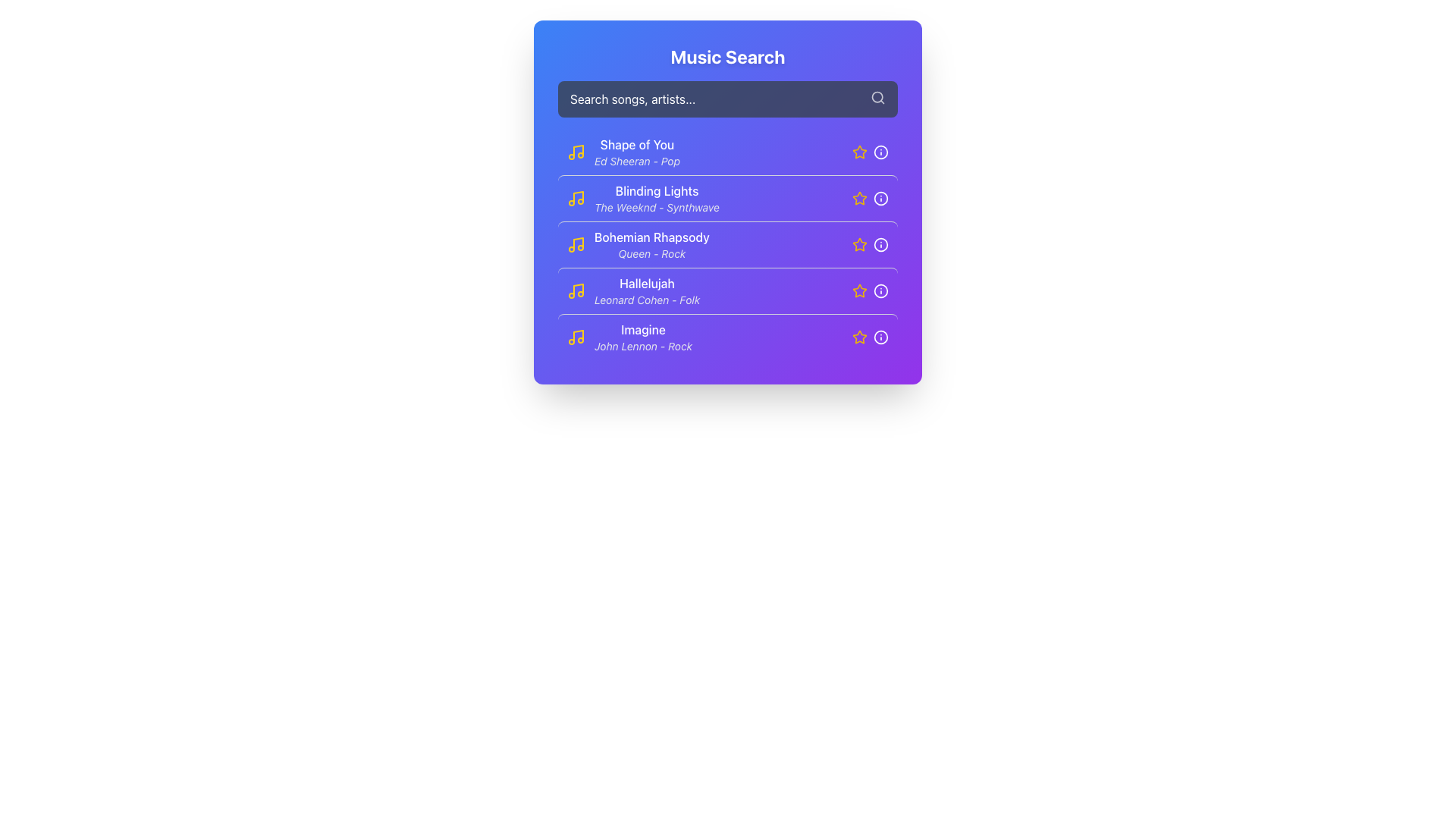 This screenshot has width=1456, height=819. I want to click on the star-shaped icon with a yellow outline in the 'Hallelujah' row of the music search panel to mark the song as a favorite, so click(859, 291).